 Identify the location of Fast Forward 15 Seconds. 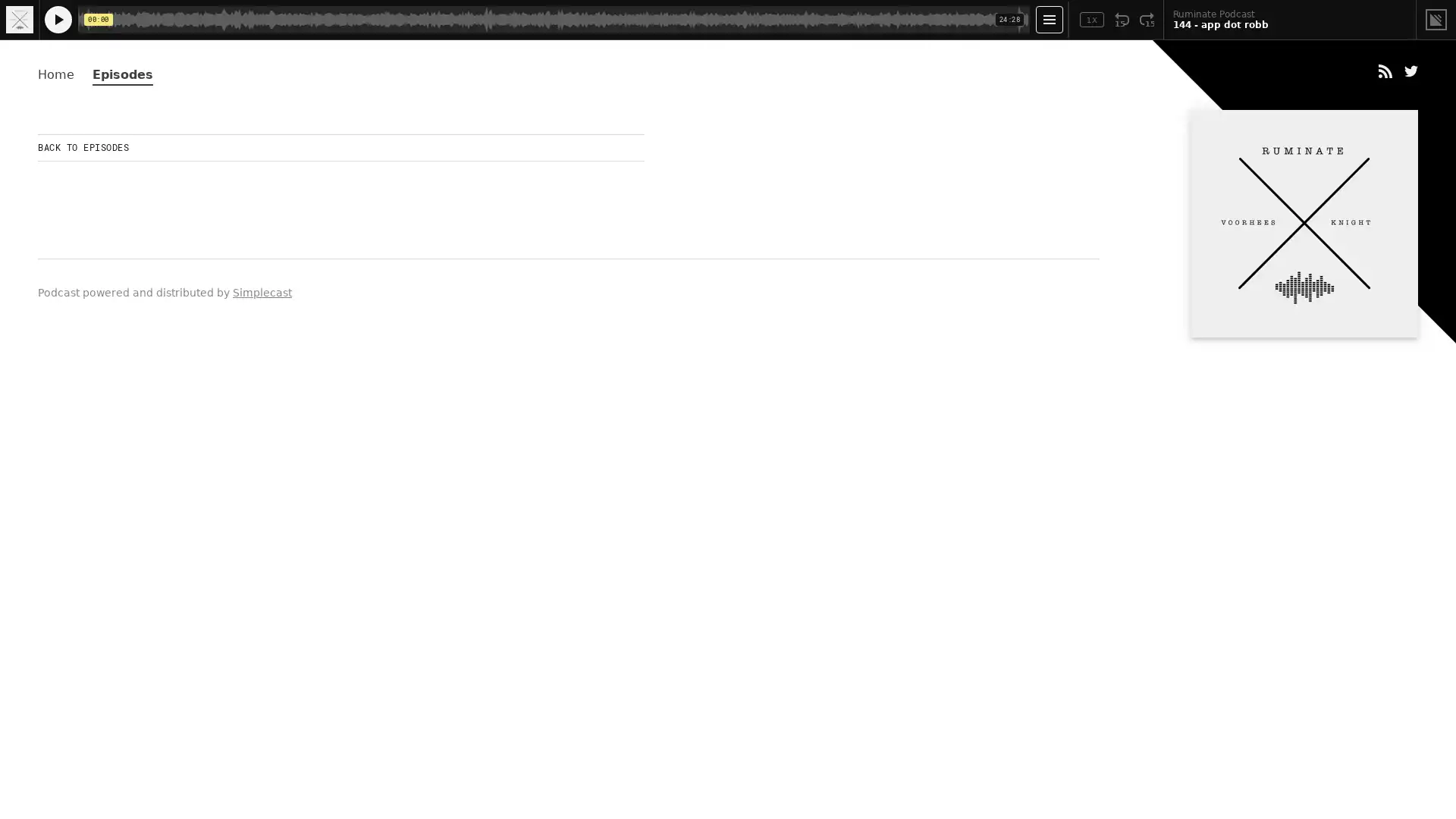
(1147, 20).